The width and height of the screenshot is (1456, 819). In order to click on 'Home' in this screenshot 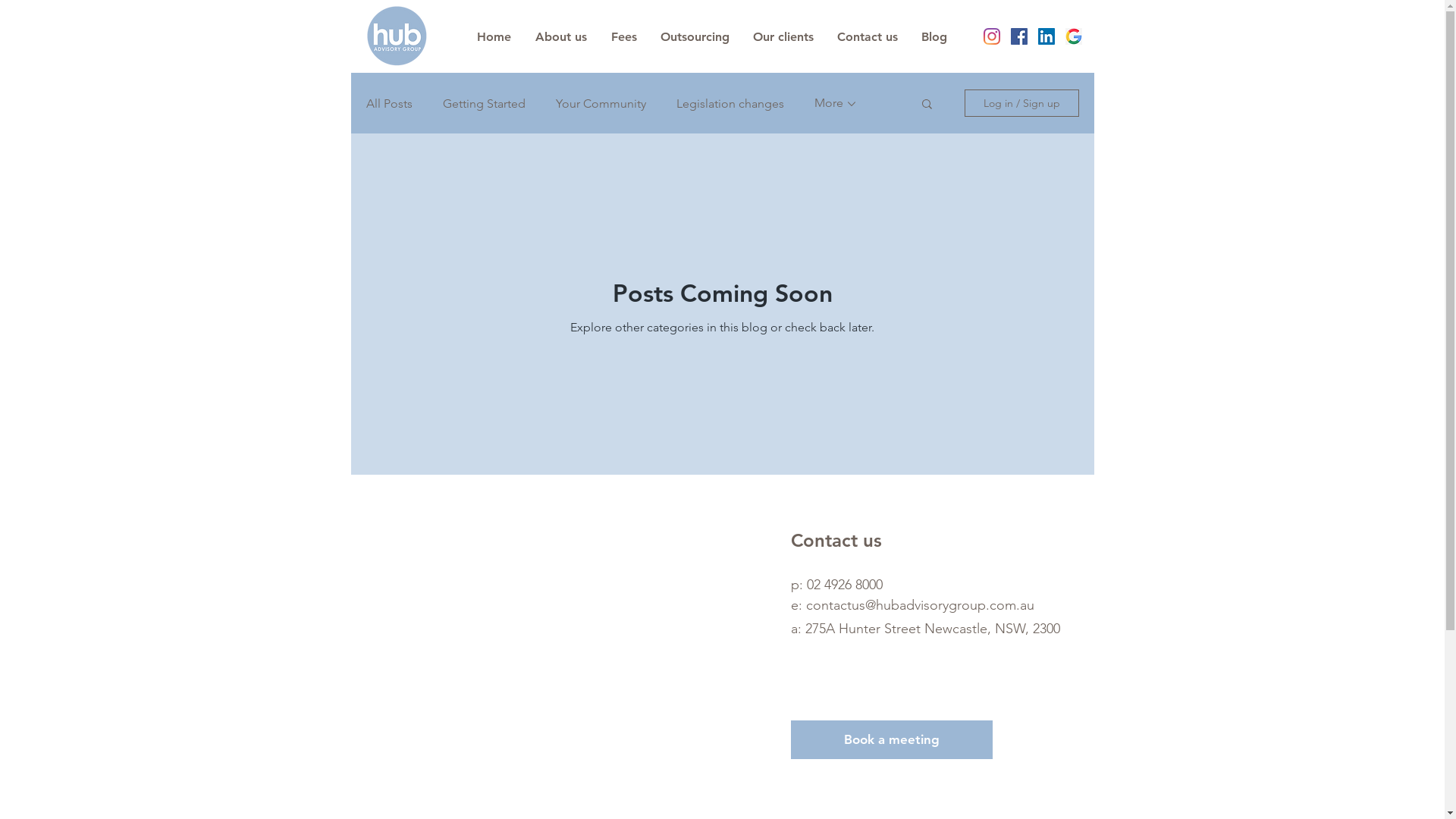, I will do `click(463, 36)`.